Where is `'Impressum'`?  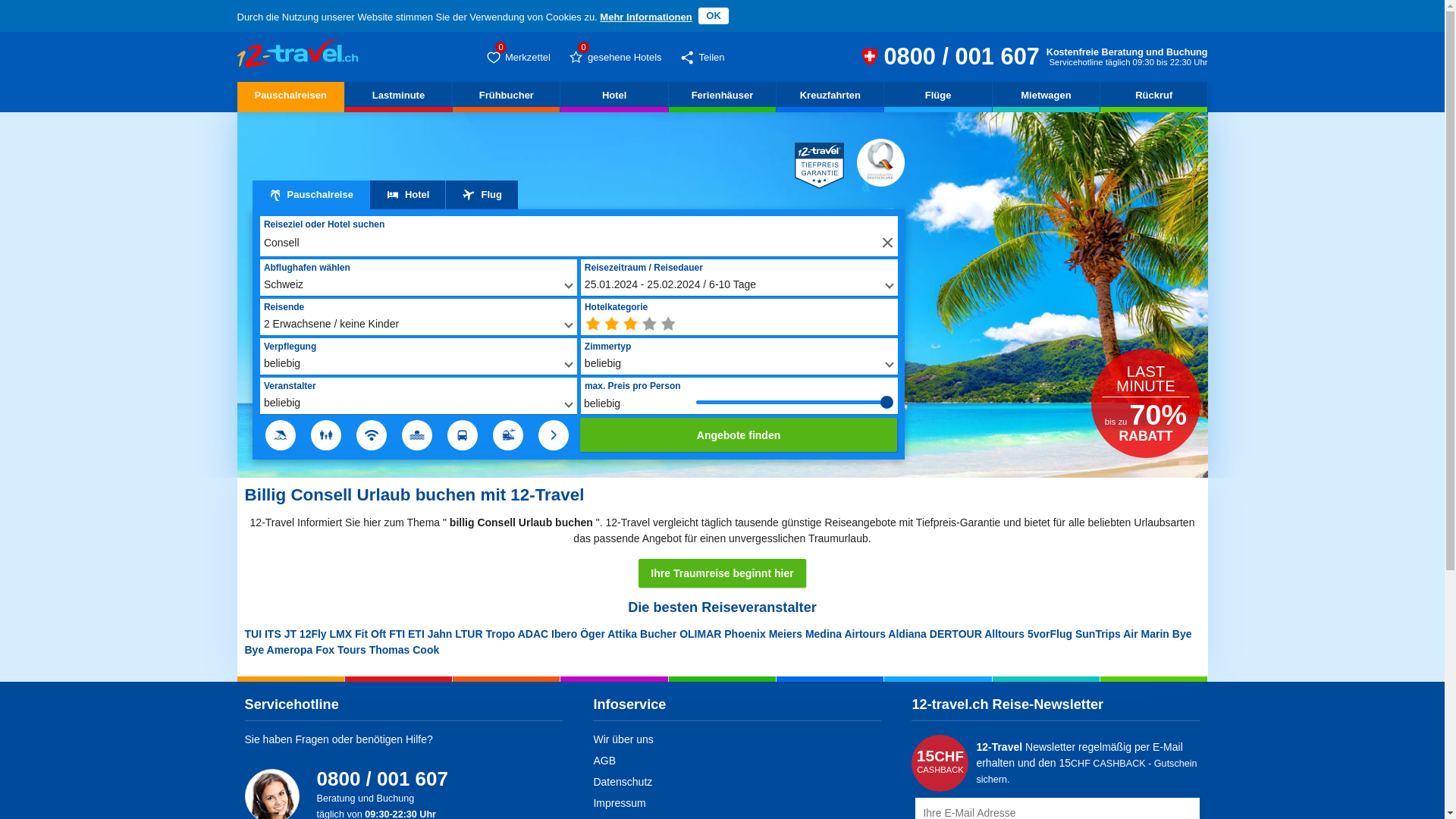
'Impressum' is located at coordinates (619, 802).